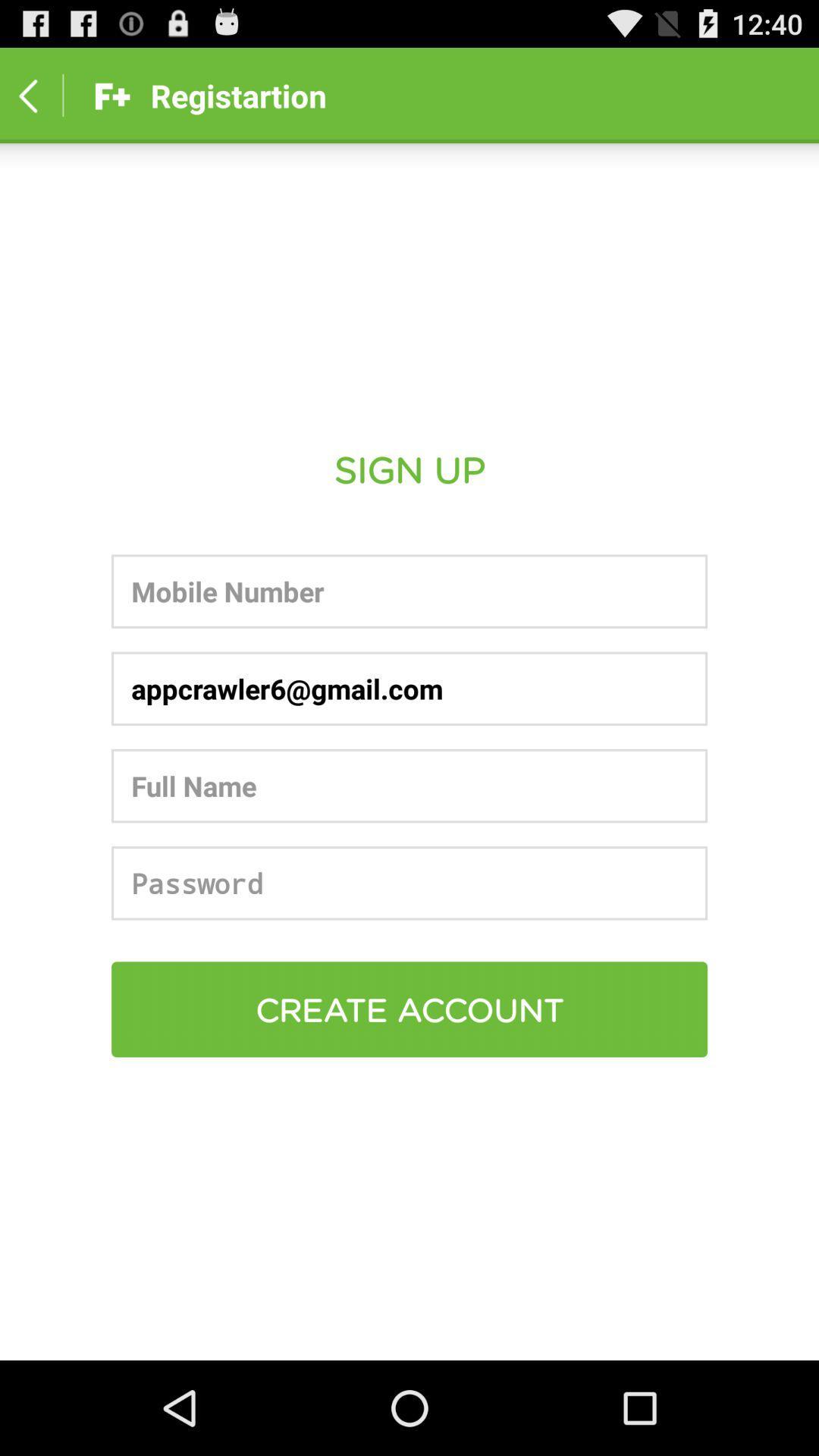 This screenshot has height=1456, width=819. I want to click on password, so click(409, 883).